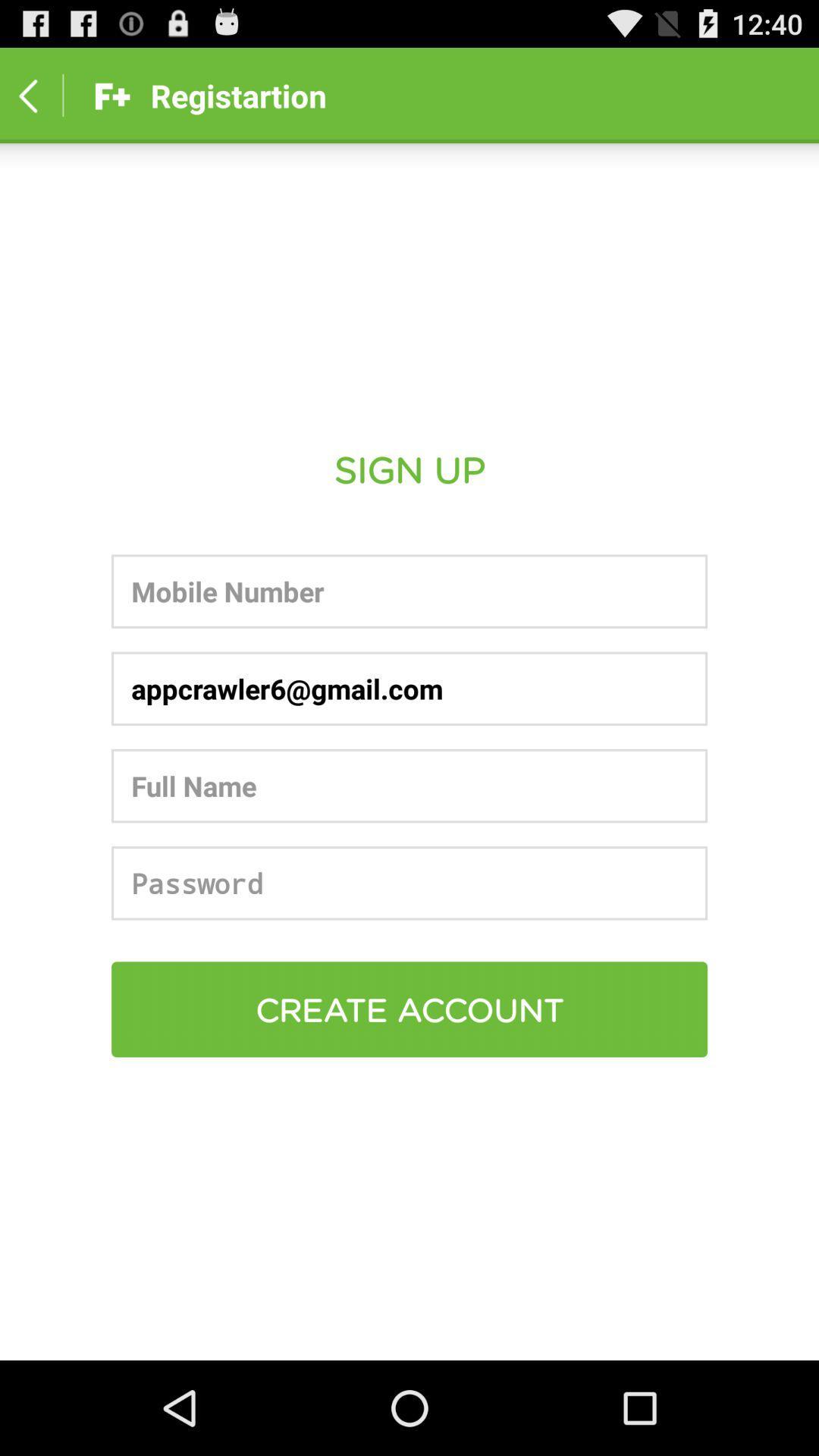 This screenshot has height=1456, width=819. I want to click on password, so click(409, 883).